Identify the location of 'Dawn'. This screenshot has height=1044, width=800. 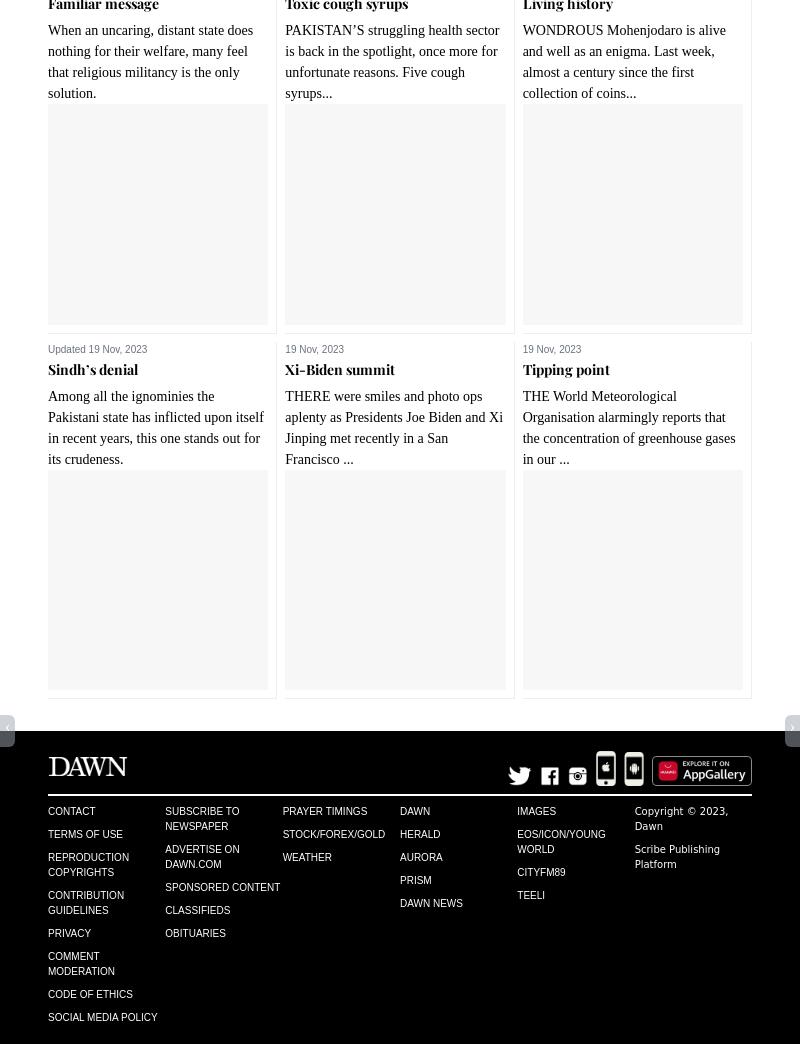
(414, 809).